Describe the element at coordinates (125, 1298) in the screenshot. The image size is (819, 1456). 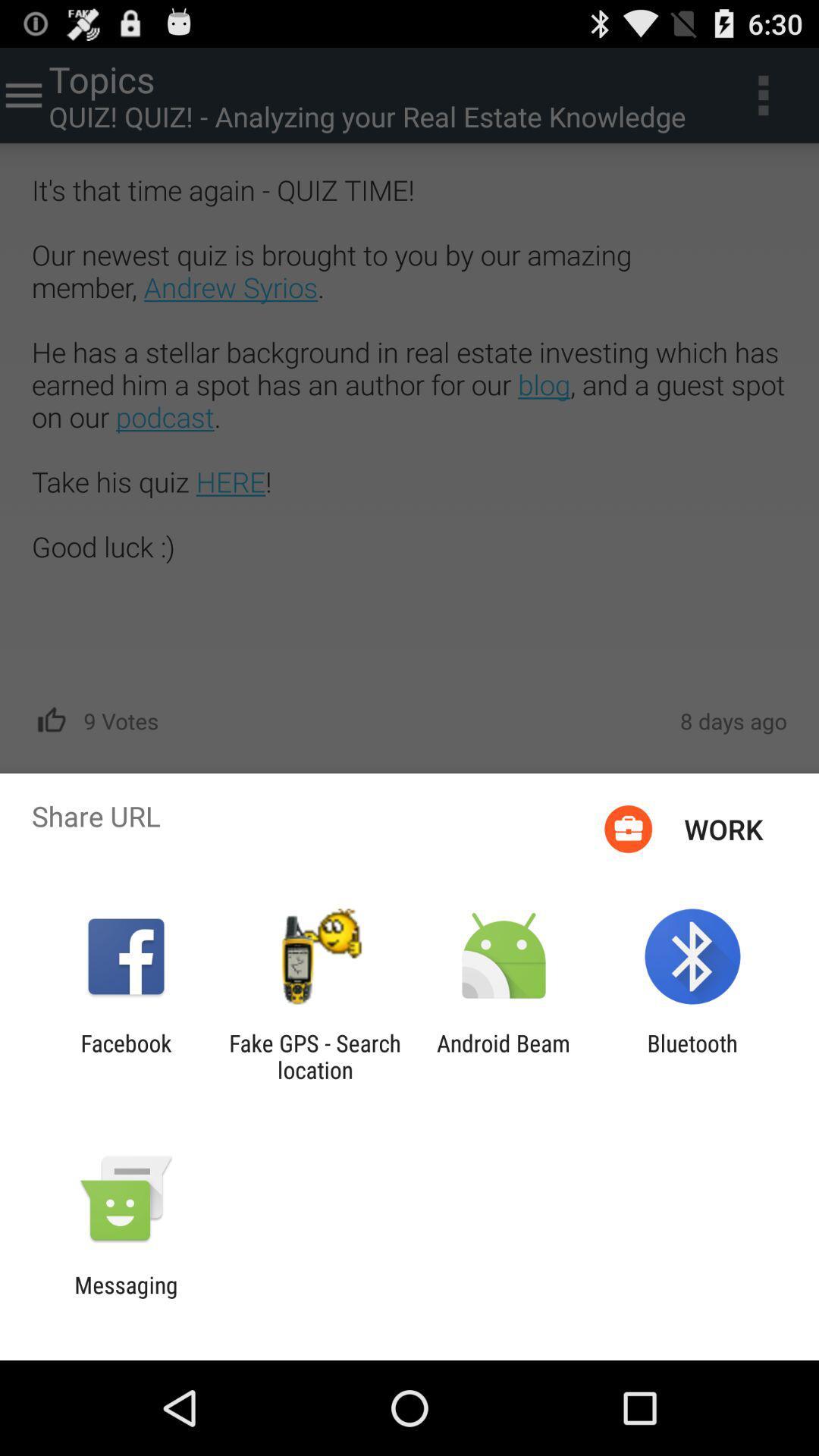
I see `messaging item` at that location.